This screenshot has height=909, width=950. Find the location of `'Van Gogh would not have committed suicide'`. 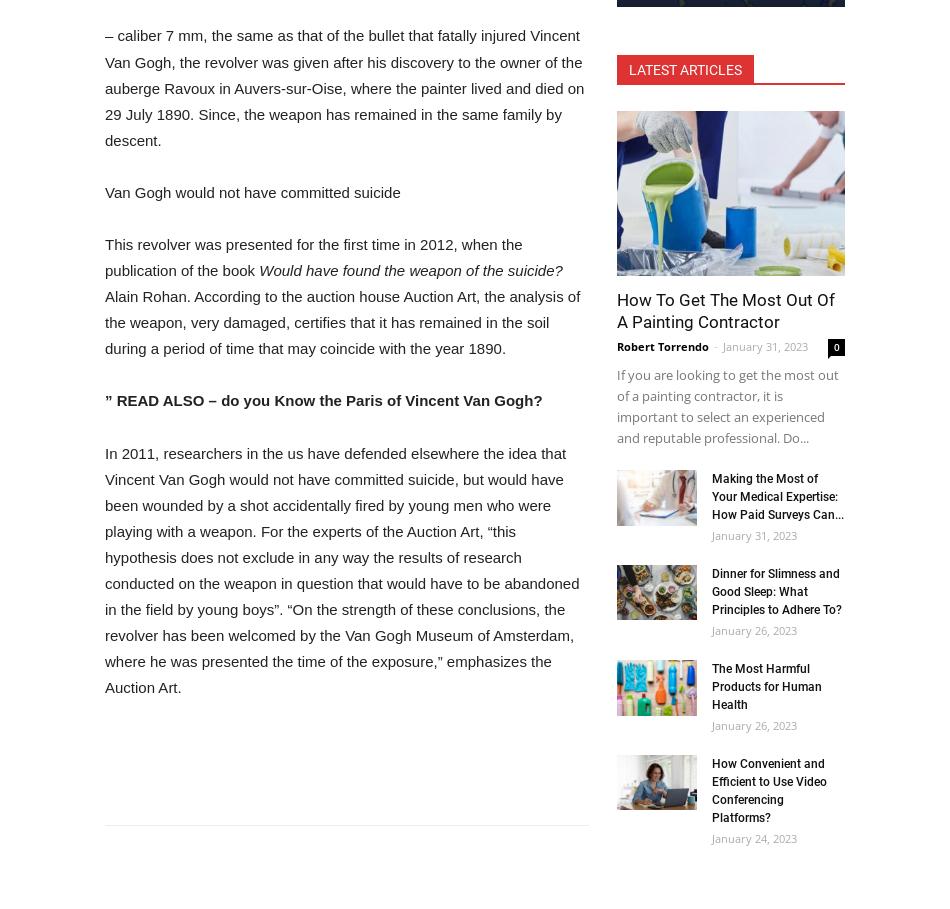

'Van Gogh would not have committed suicide' is located at coordinates (251, 191).